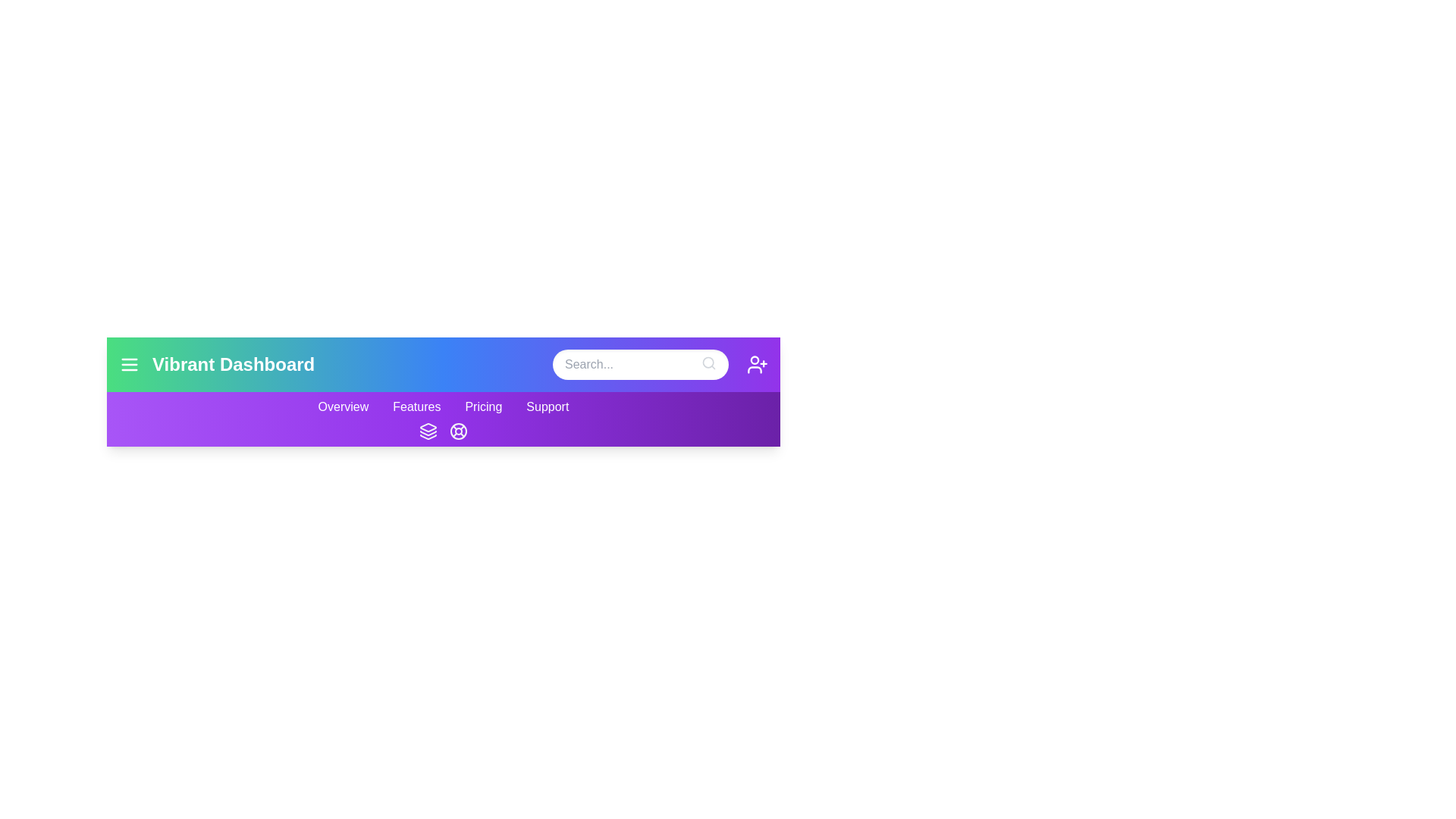 The image size is (1456, 819). Describe the element at coordinates (757, 365) in the screenshot. I see `the user addition icon to add a new user` at that location.